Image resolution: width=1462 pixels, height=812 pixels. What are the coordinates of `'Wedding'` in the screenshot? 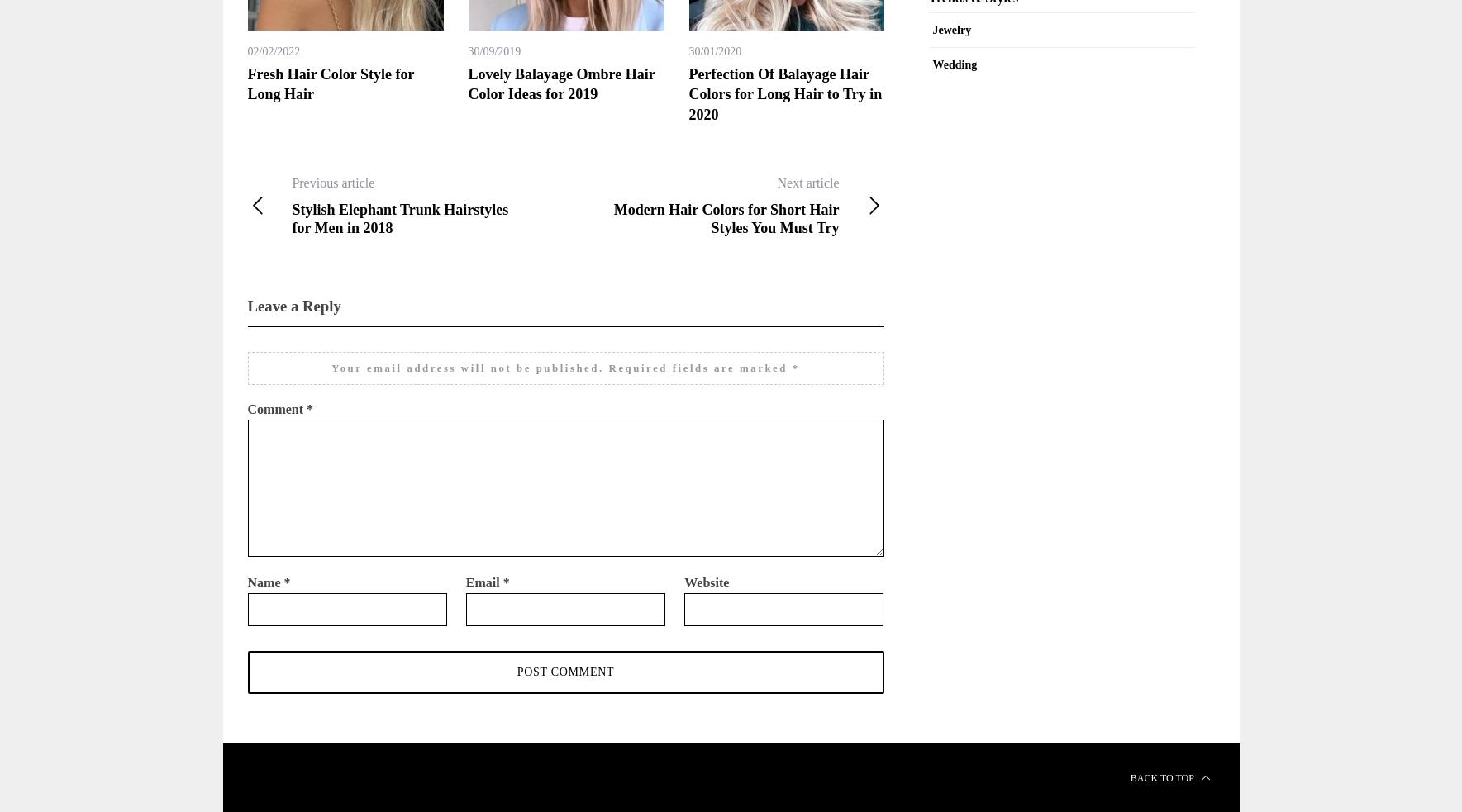 It's located at (953, 63).